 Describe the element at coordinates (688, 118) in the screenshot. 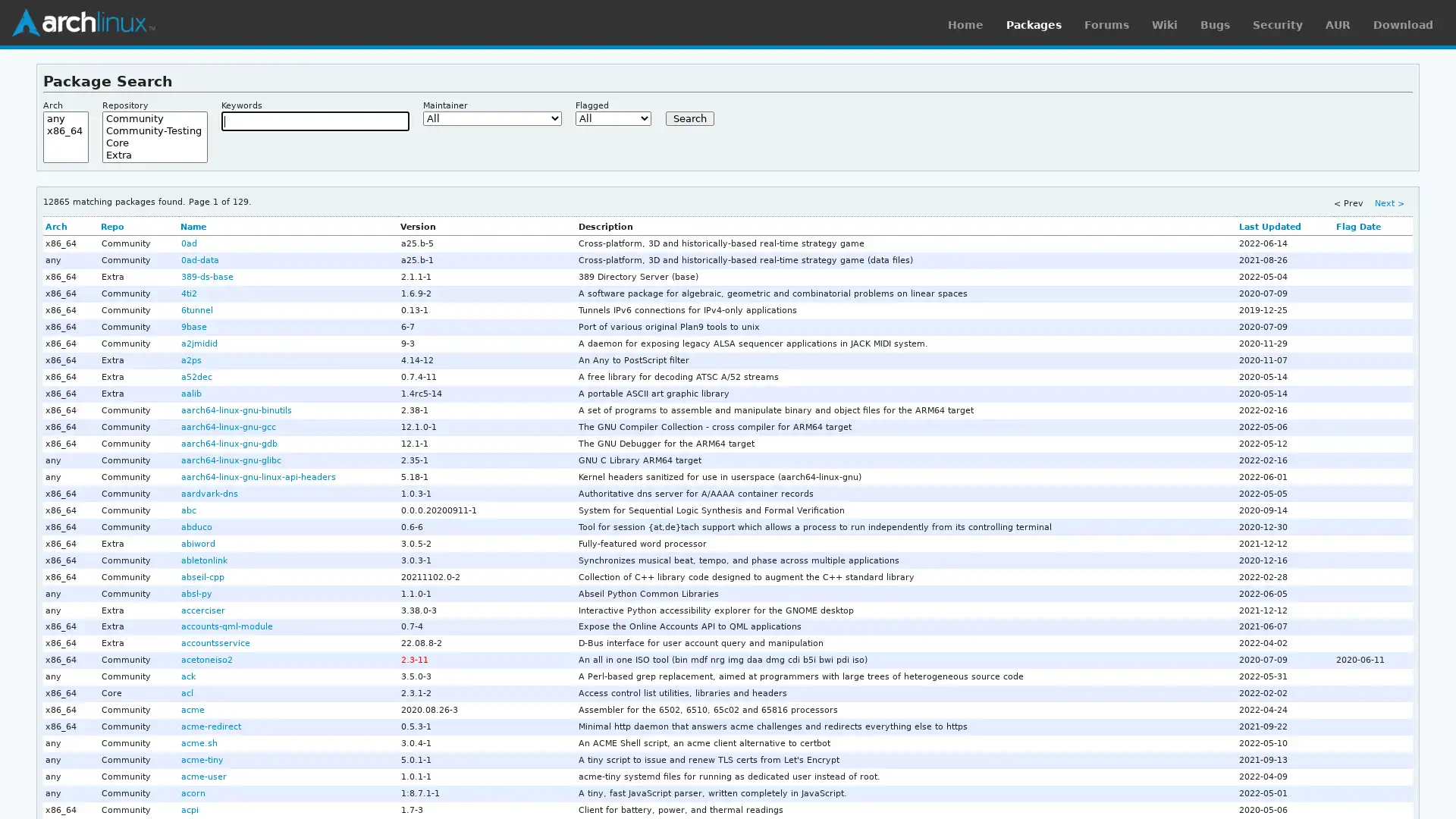

I see `Search` at that location.